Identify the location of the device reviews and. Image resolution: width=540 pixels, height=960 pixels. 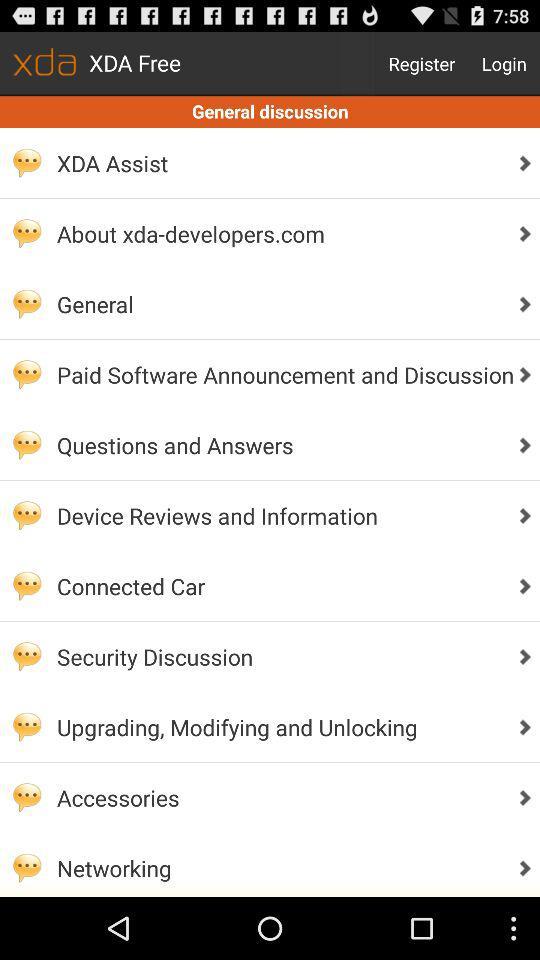
(279, 514).